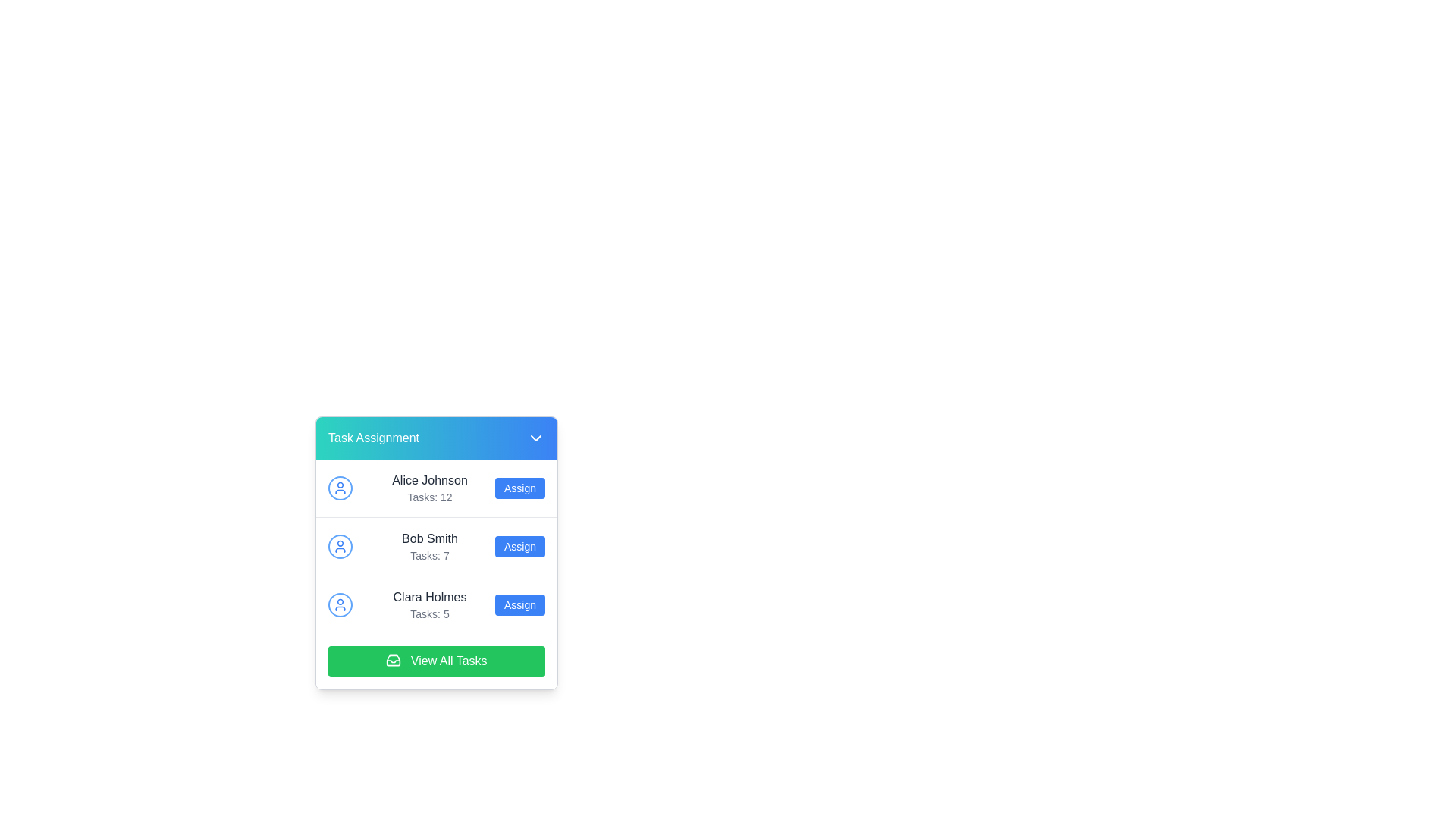 The image size is (1456, 819). I want to click on task count information for the user entry of Alice Johnson, which displays 'Tasks: 12' beneath her name in the task assignment interface, so click(436, 488).